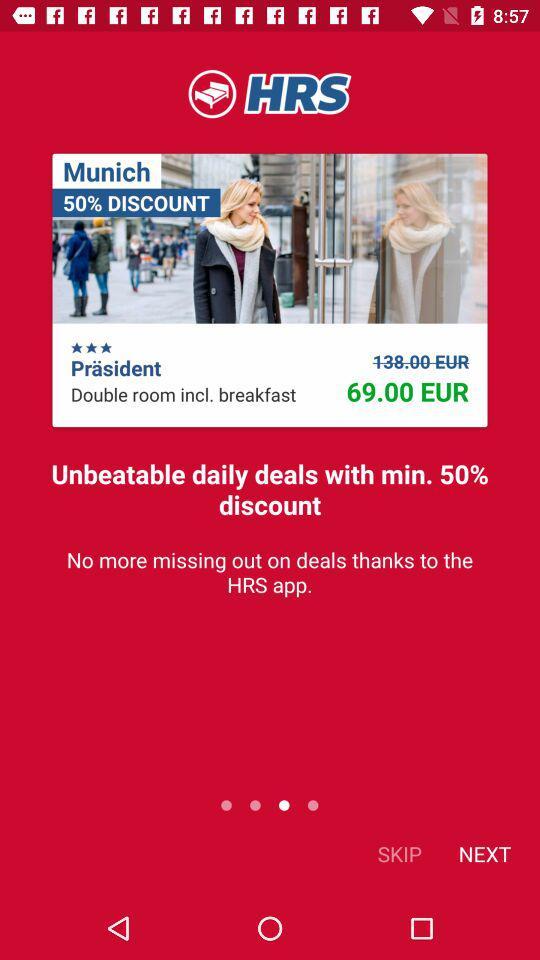 The width and height of the screenshot is (540, 960). Describe the element at coordinates (483, 852) in the screenshot. I see `item to the right of the skip` at that location.